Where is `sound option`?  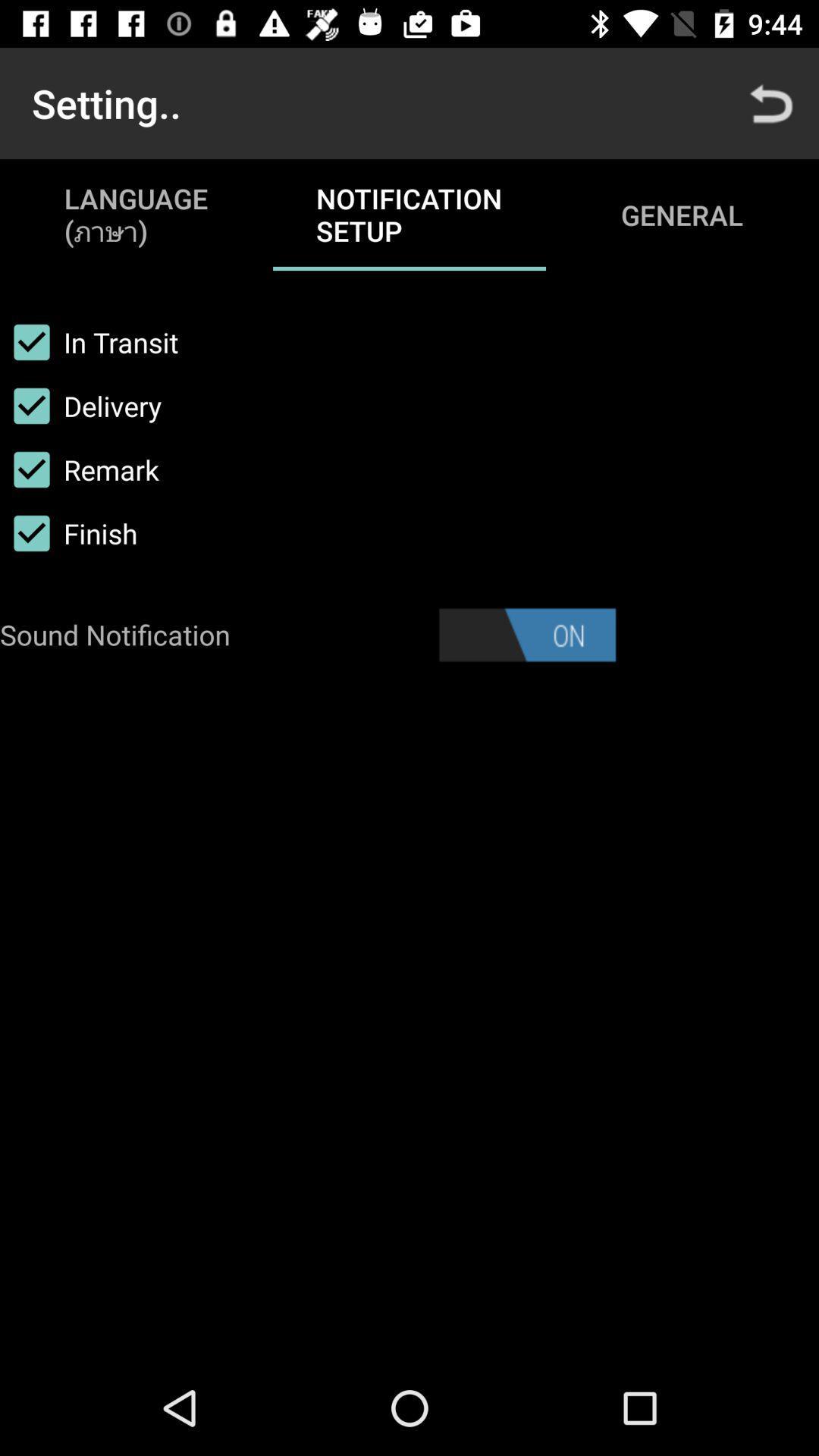
sound option is located at coordinates (526, 635).